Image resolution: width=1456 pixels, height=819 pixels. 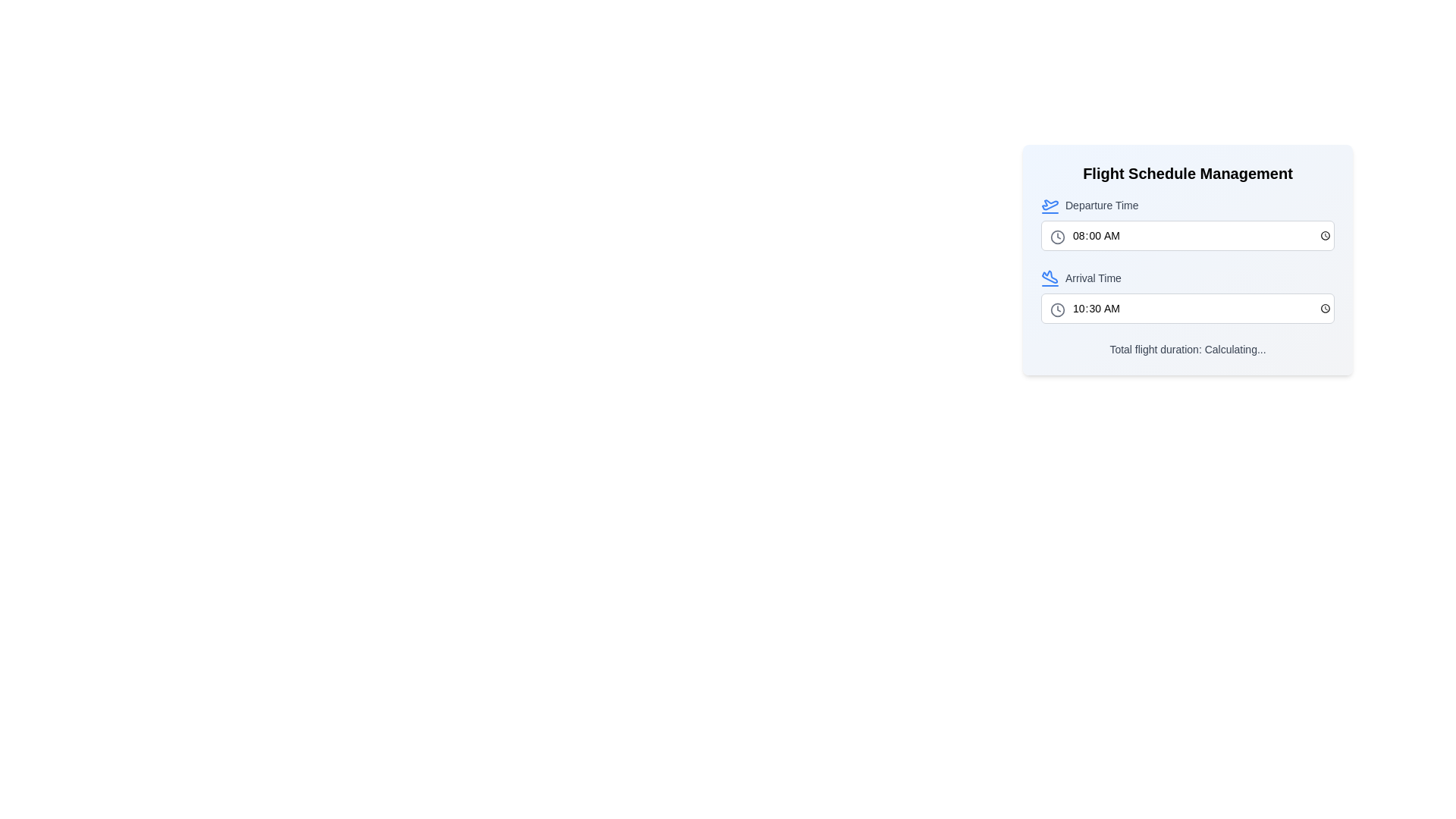 I want to click on the Text label that displays the total flight duration information, located in the bottom part of the flight schedule card, below the 'Arrival Time' section and centrally aligned, so click(x=1187, y=350).